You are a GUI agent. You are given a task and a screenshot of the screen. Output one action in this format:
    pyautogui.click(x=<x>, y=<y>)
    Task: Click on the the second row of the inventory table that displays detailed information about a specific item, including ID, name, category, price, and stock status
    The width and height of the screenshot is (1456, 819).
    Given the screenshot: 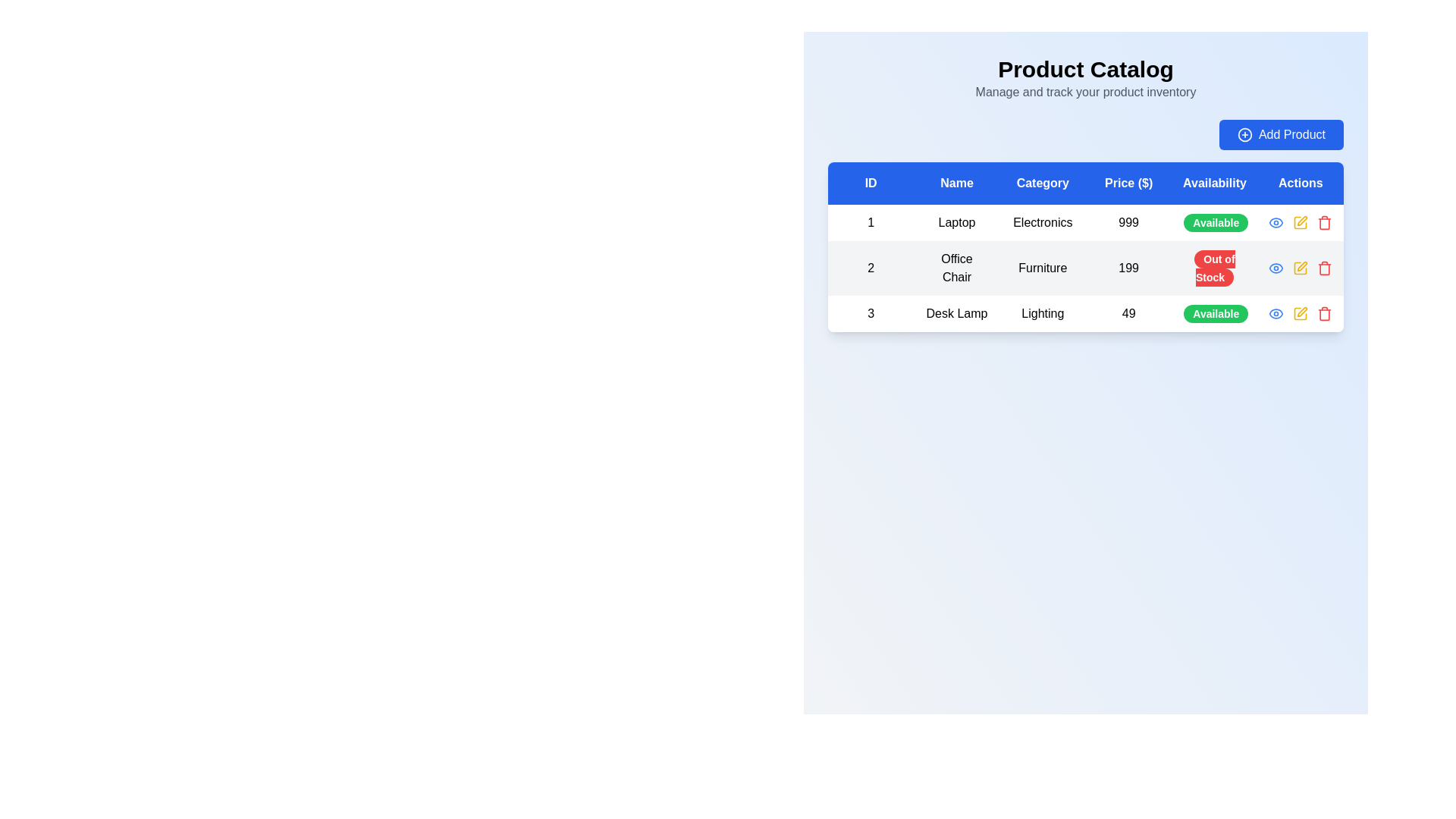 What is the action you would take?
    pyautogui.click(x=1084, y=268)
    